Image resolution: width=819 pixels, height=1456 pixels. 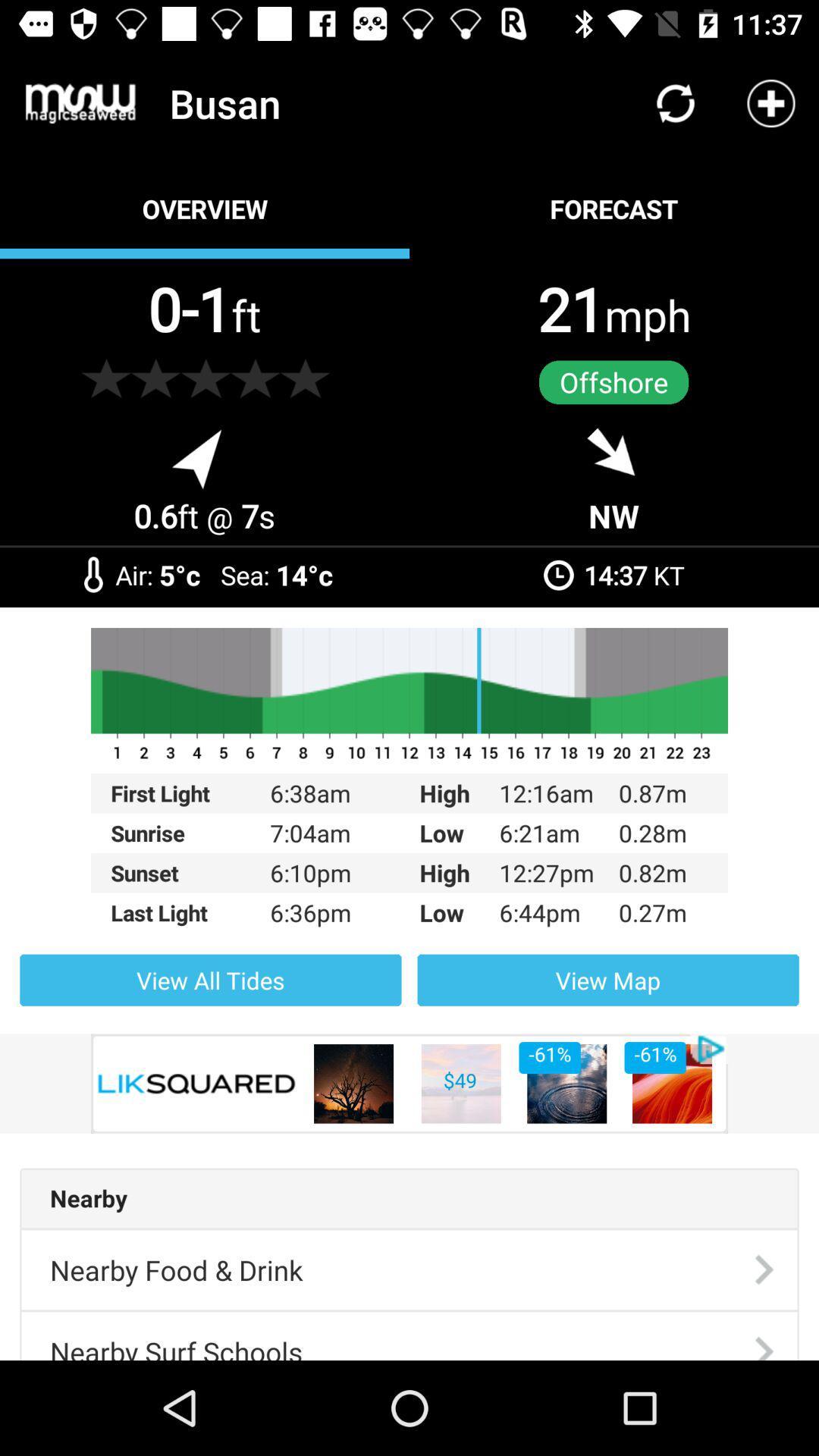 What do you see at coordinates (105, 378) in the screenshot?
I see `item above the 0.6ft @ 7s` at bounding box center [105, 378].